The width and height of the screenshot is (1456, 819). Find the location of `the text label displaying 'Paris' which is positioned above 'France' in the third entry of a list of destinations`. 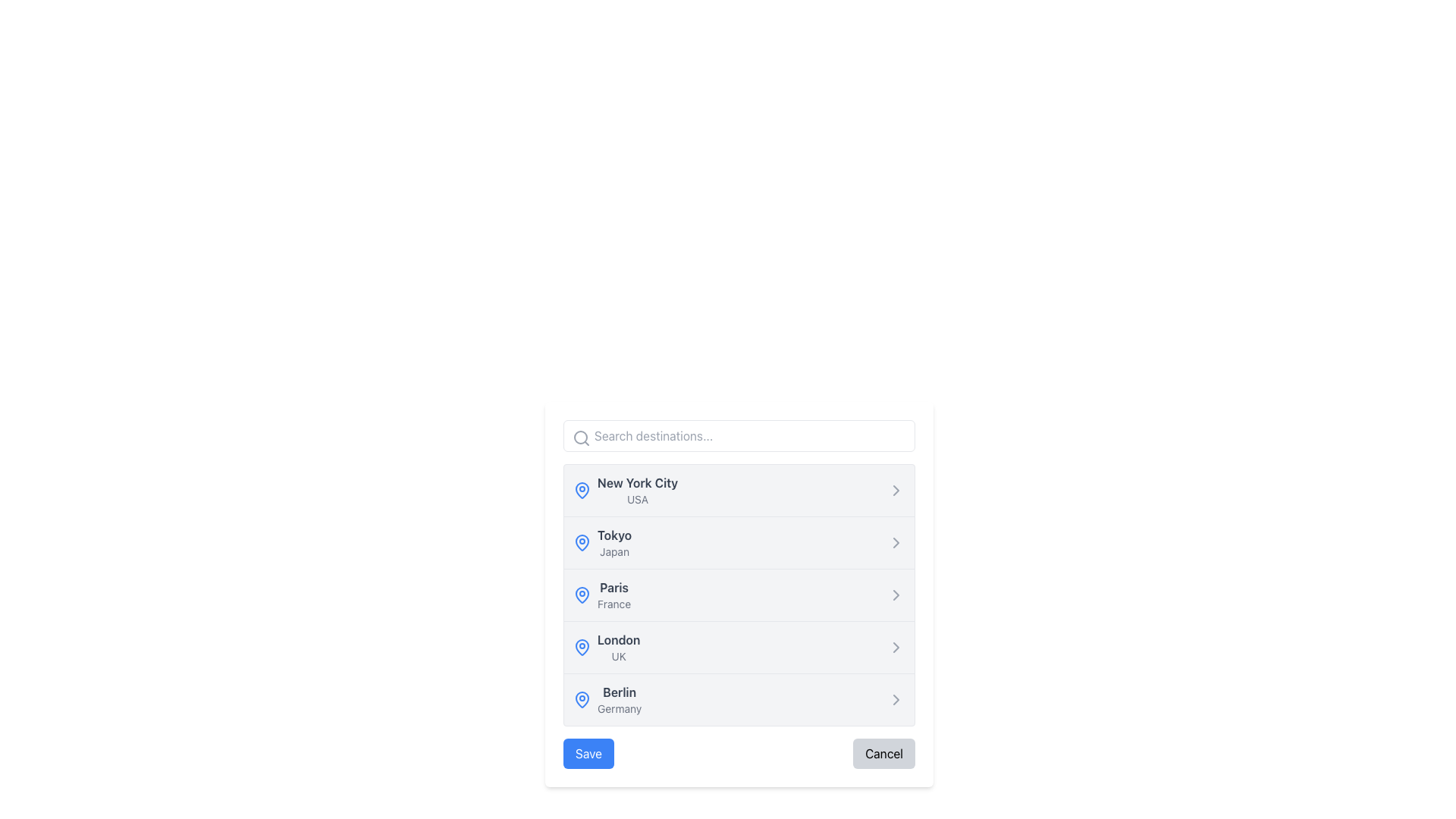

the text label displaying 'Paris' which is positioned above 'France' in the third entry of a list of destinations is located at coordinates (614, 587).